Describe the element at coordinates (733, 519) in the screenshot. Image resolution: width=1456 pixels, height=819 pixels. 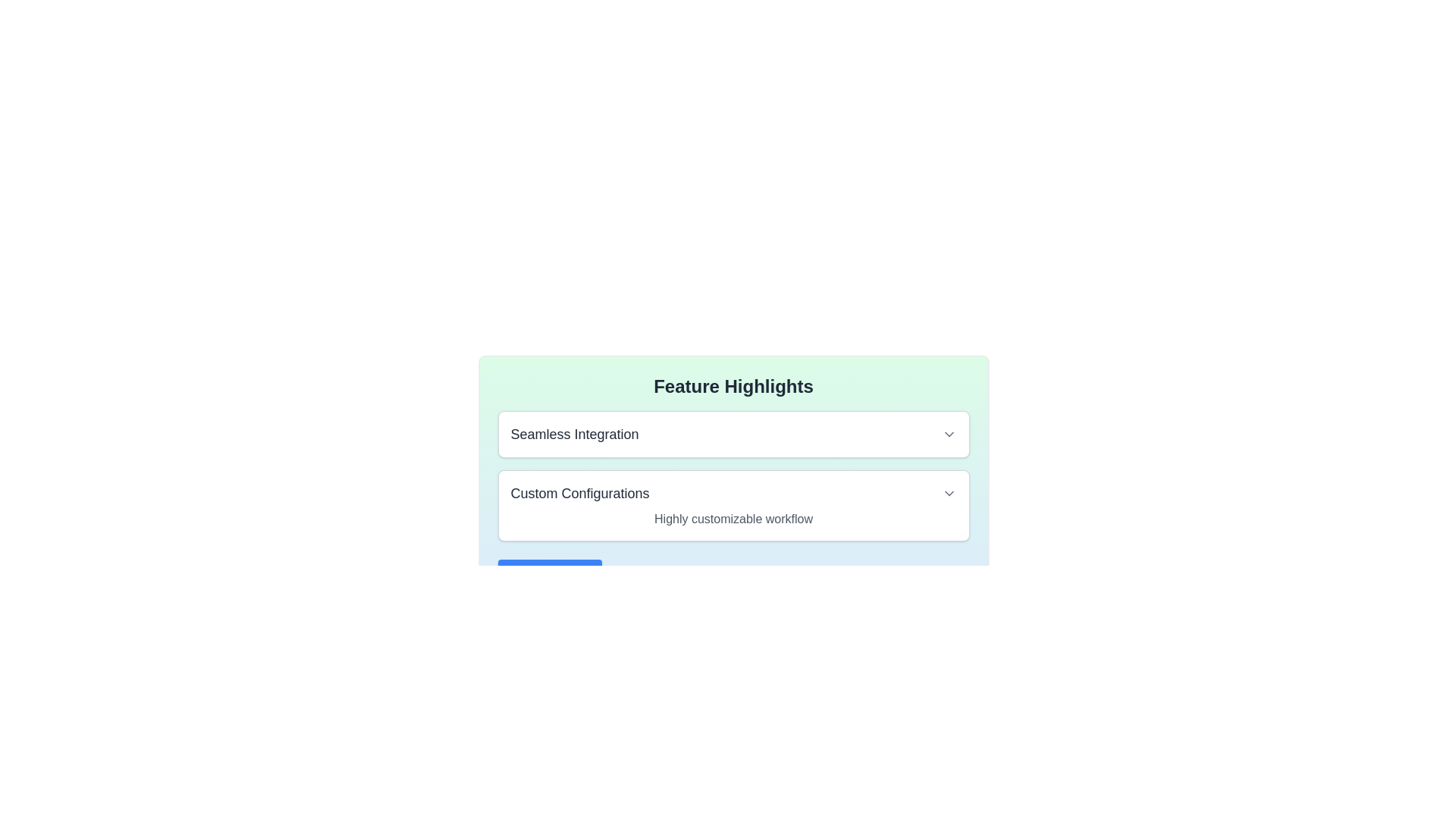
I see `the static text label displaying 'Highly customizable workflow', which is located below the heading 'Custom Configurations' in a card-like layout` at that location.